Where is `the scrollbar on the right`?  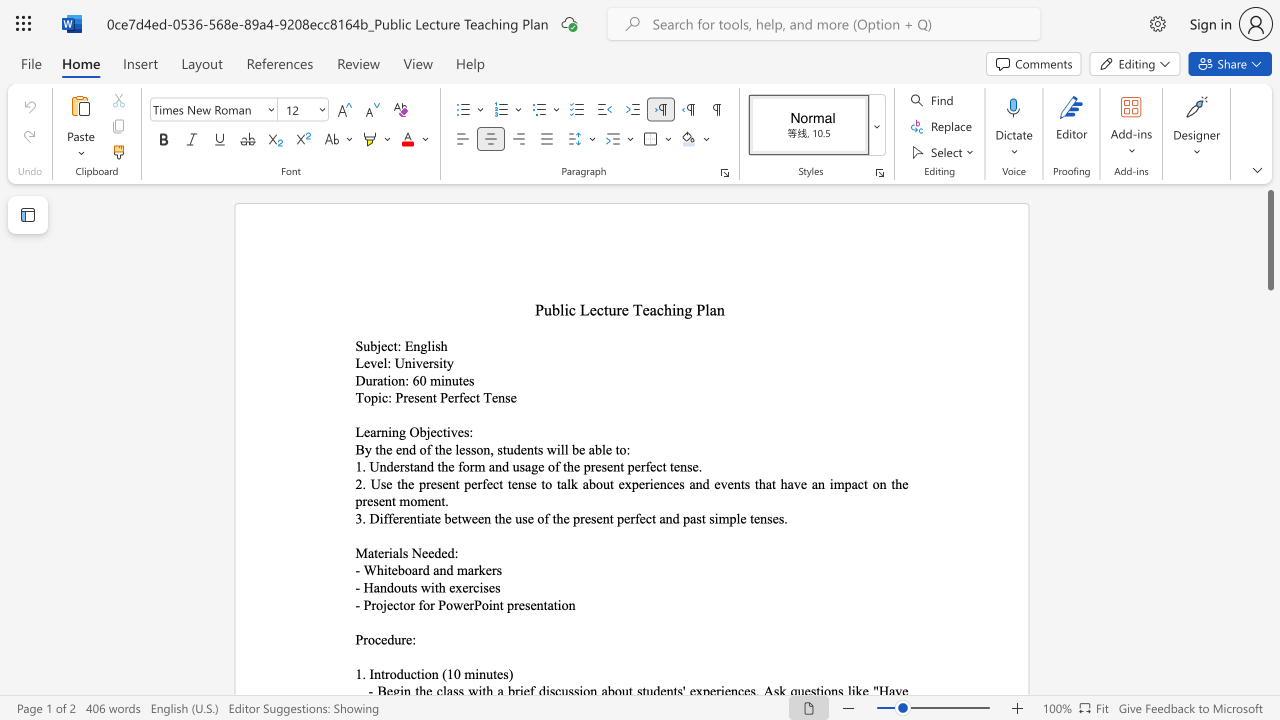
the scrollbar on the right is located at coordinates (1269, 348).